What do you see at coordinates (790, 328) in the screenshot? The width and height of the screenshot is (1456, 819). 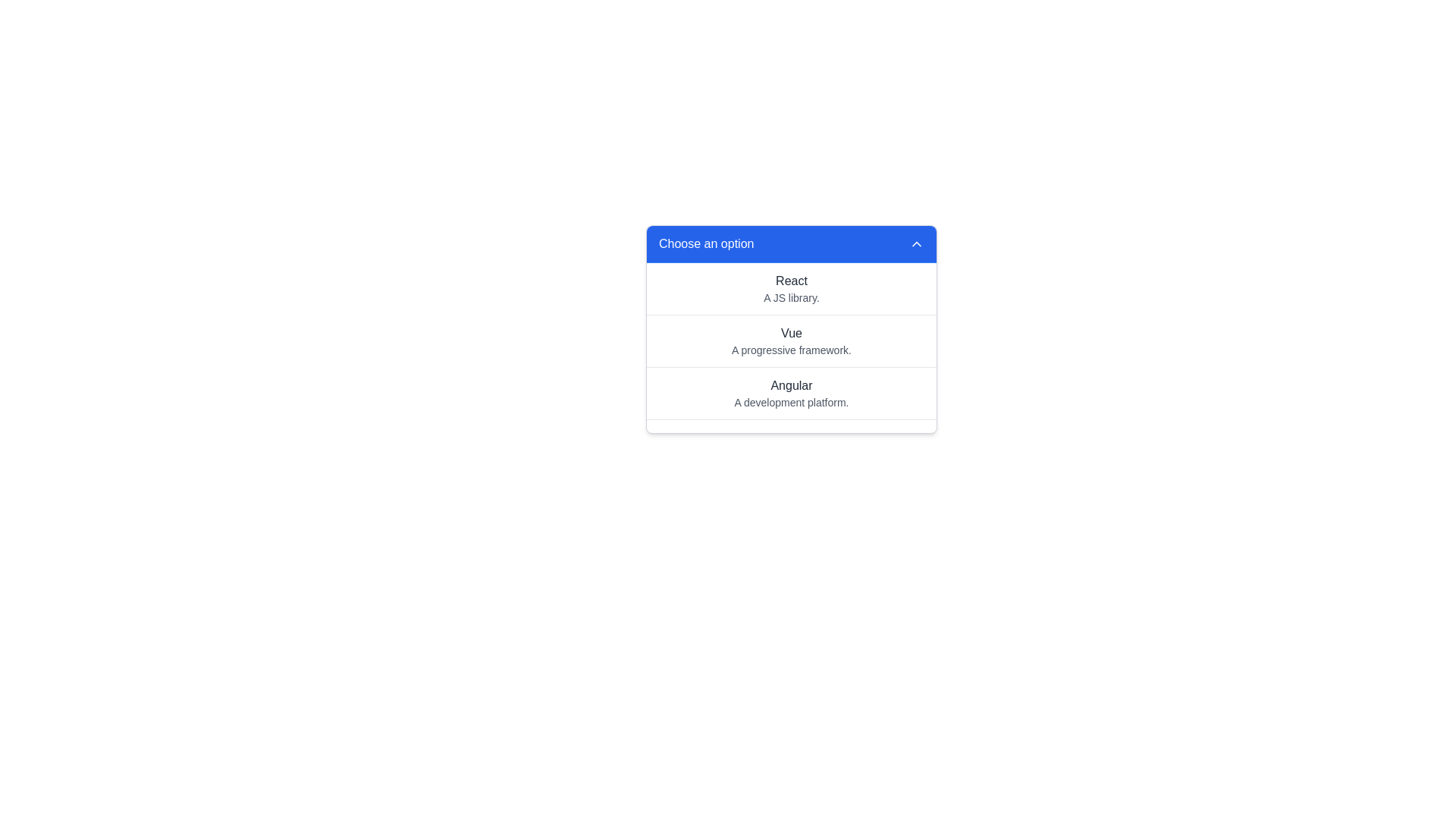 I see `the second option 'Vue' in the dropdown menu` at bounding box center [790, 328].